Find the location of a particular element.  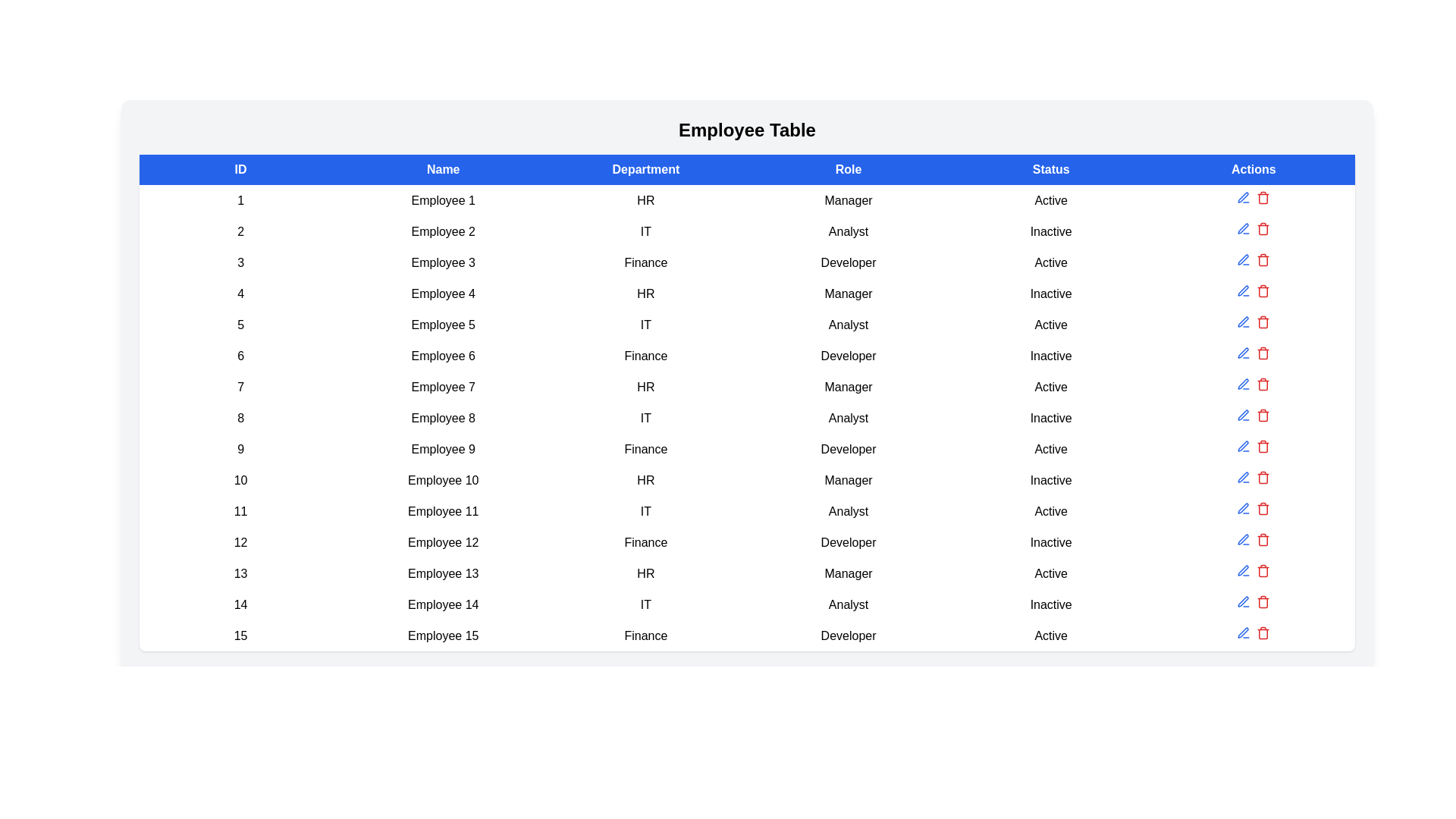

the column header labeled 'Department' to sort the table rows by that column is located at coordinates (645, 169).